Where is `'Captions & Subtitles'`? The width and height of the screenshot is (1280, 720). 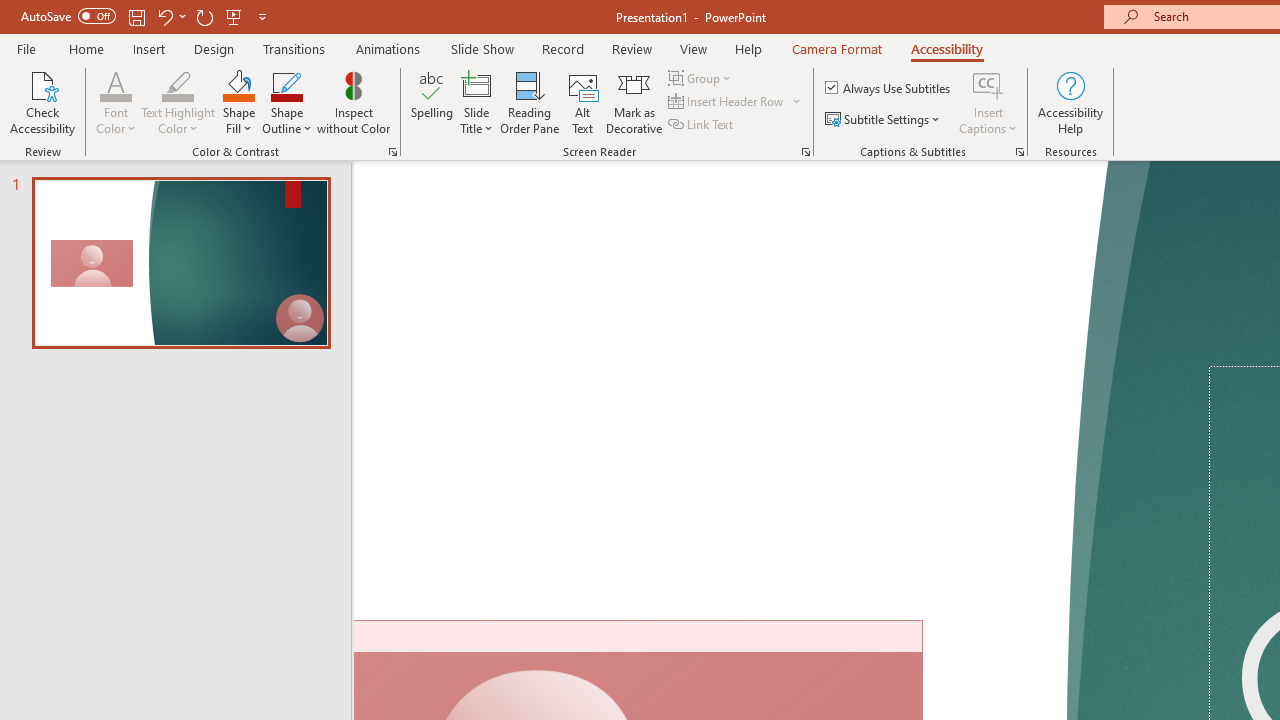
'Captions & Subtitles' is located at coordinates (1020, 150).